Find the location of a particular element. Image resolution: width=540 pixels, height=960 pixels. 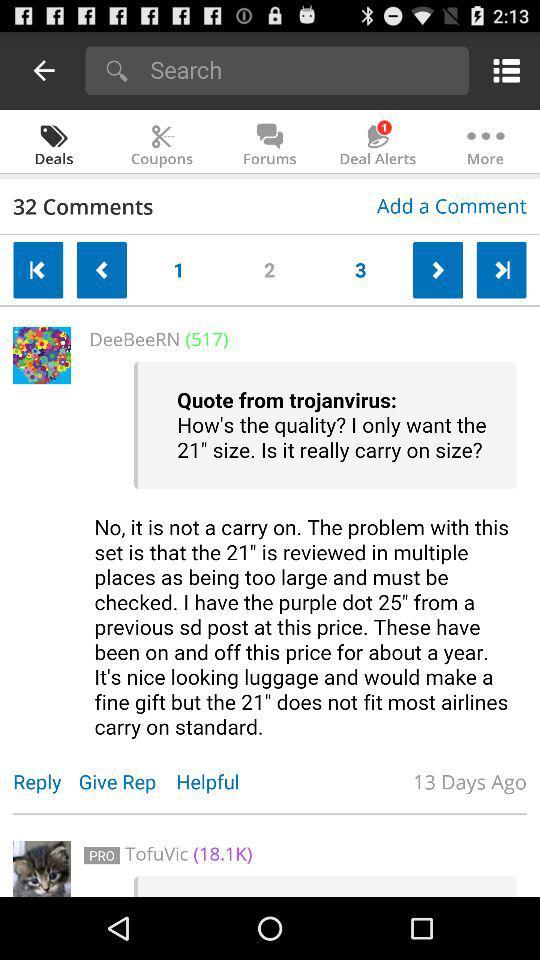

he can activate the simple voice command is located at coordinates (305, 550).